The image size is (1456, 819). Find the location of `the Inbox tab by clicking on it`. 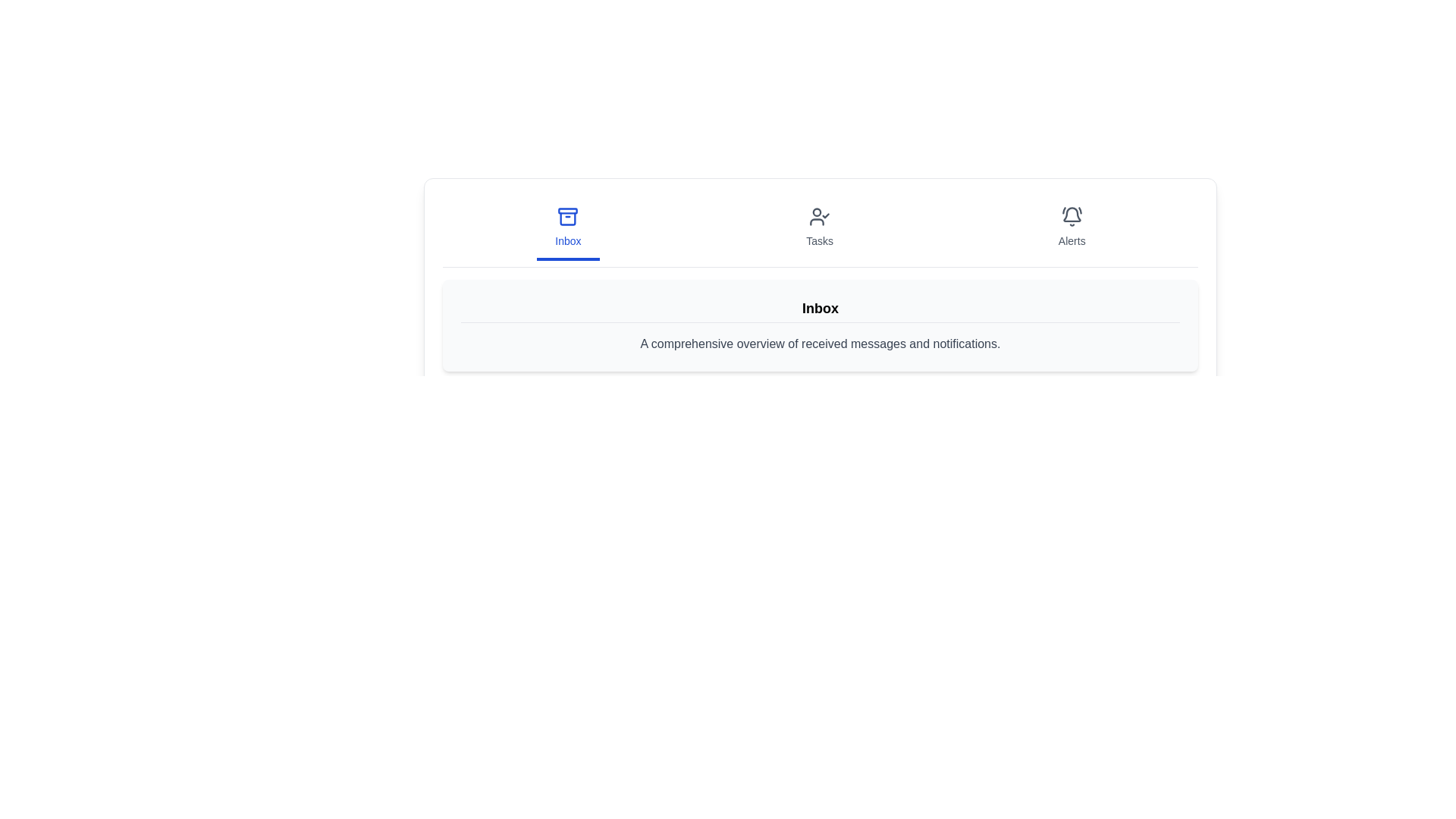

the Inbox tab by clicking on it is located at coordinates (566, 228).